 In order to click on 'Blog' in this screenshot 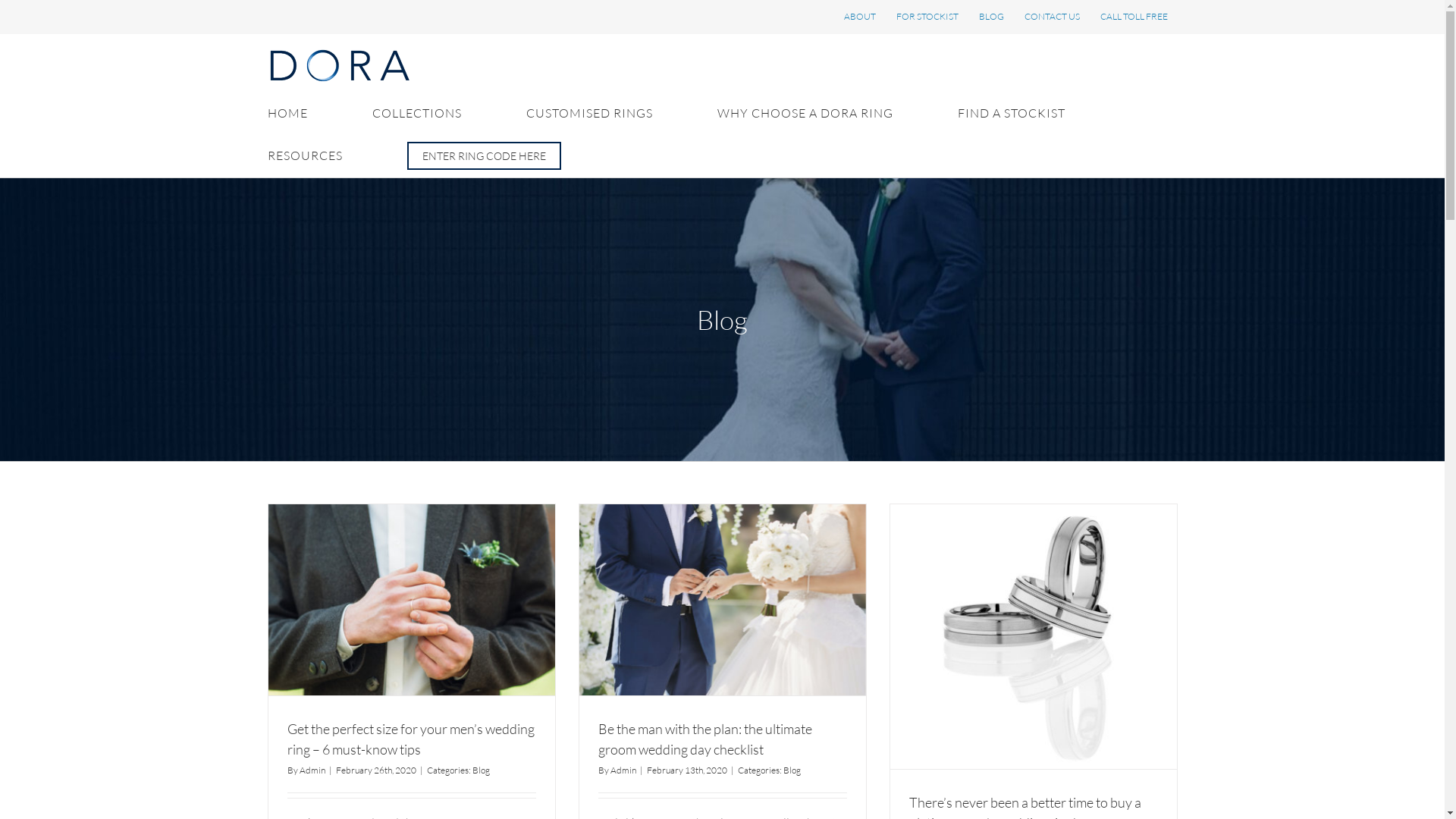, I will do `click(790, 770)`.